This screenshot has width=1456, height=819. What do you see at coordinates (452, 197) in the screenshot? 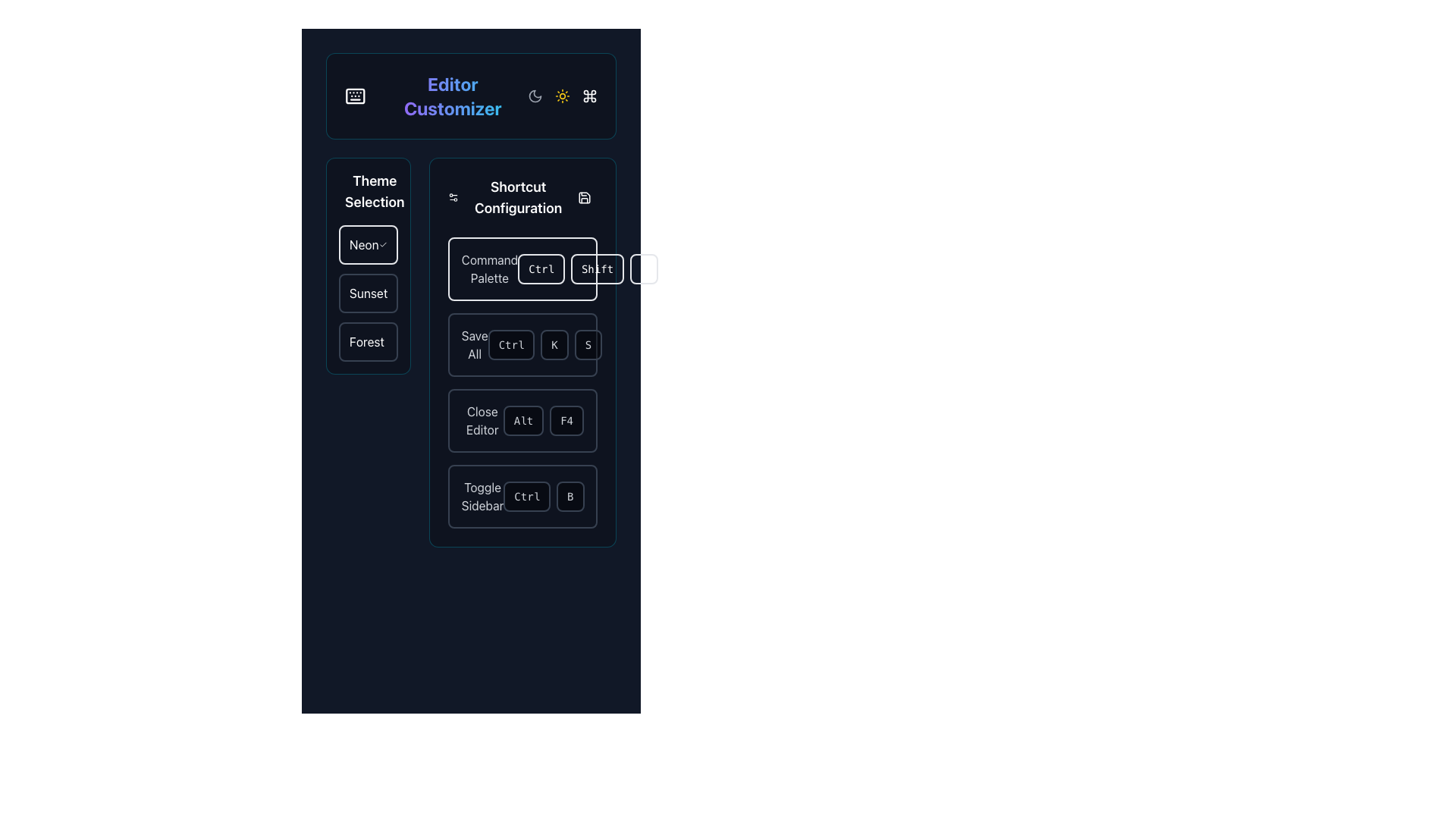
I see `the cyan gear-like icon located in the 'Shortcut Configuration' section` at bounding box center [452, 197].